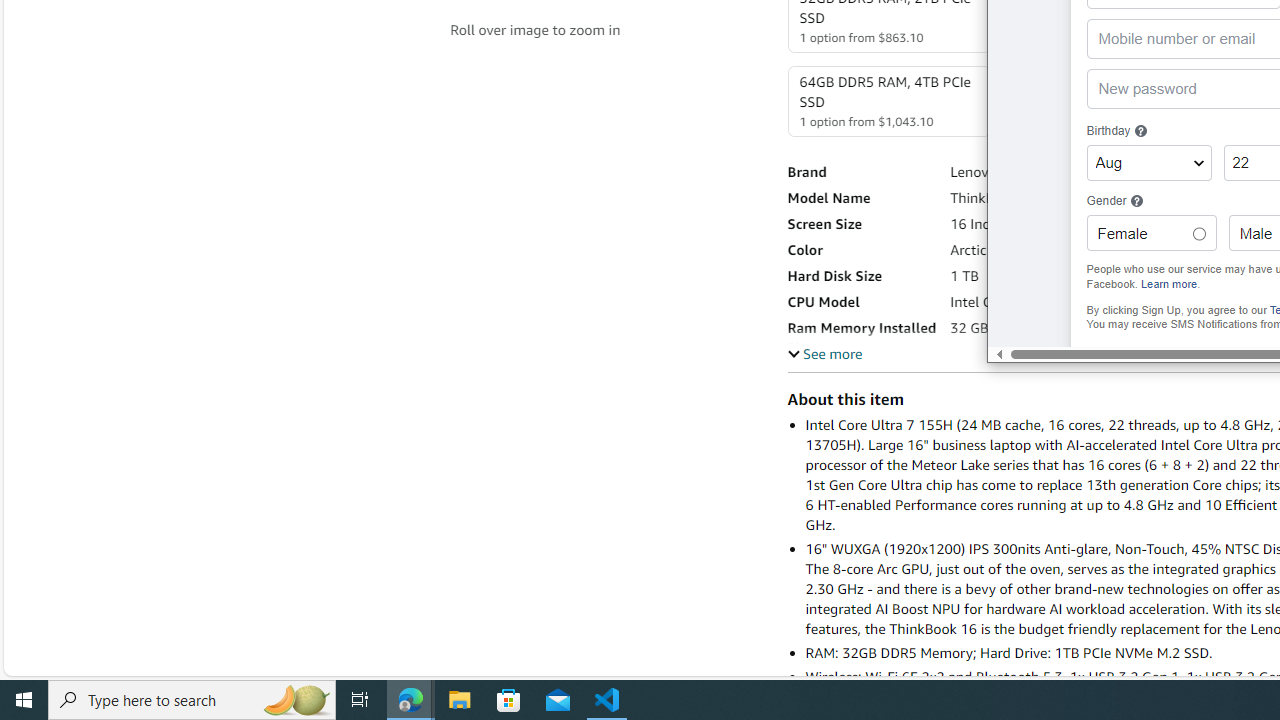 This screenshot has width=1280, height=720. I want to click on 'Female', so click(1198, 233).